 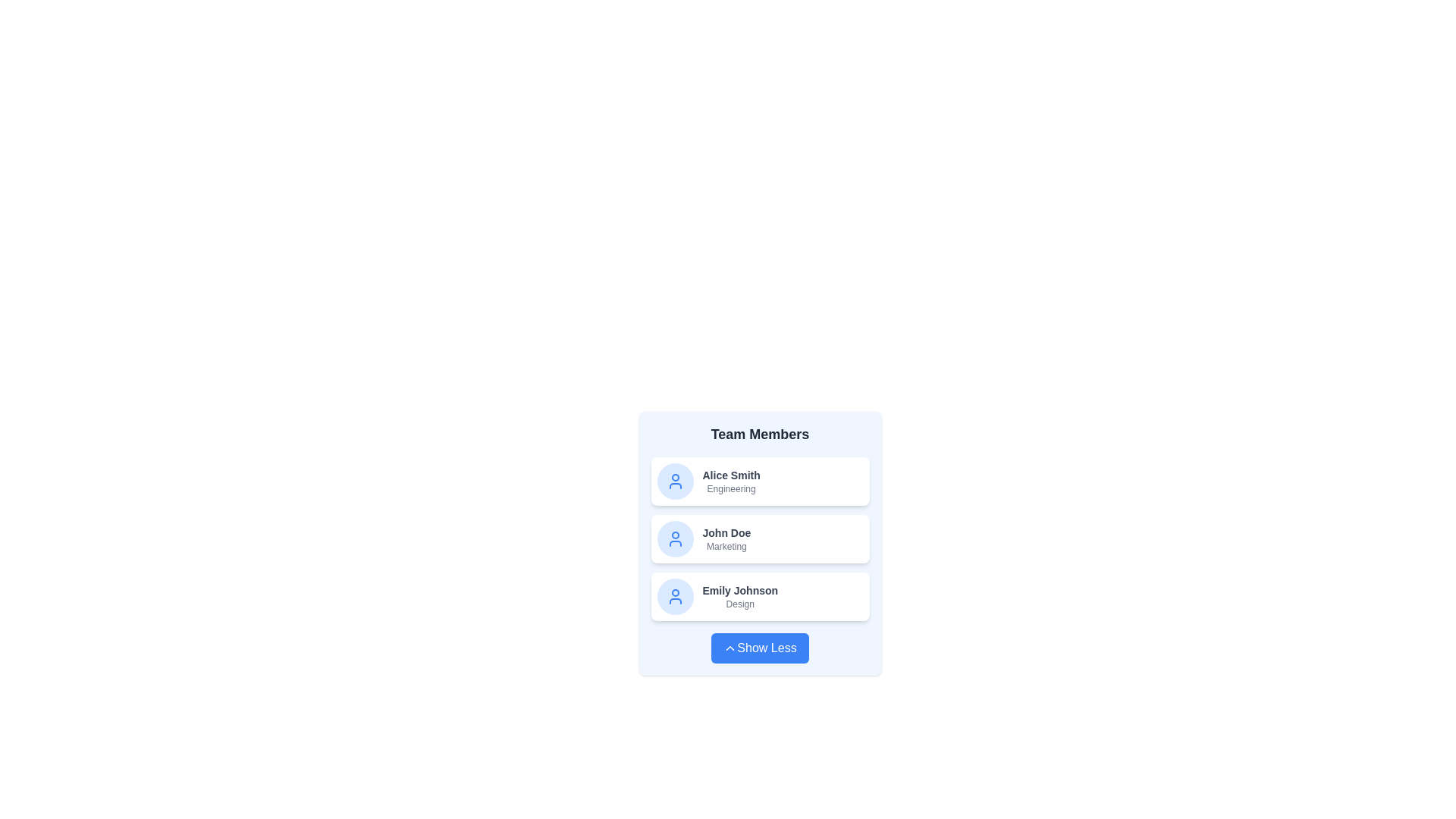 I want to click on the user profile icon representing 'John Doe' in the 'Team Members' section, located to the left of the text 'John Doe' and 'Marketing.', so click(x=674, y=538).